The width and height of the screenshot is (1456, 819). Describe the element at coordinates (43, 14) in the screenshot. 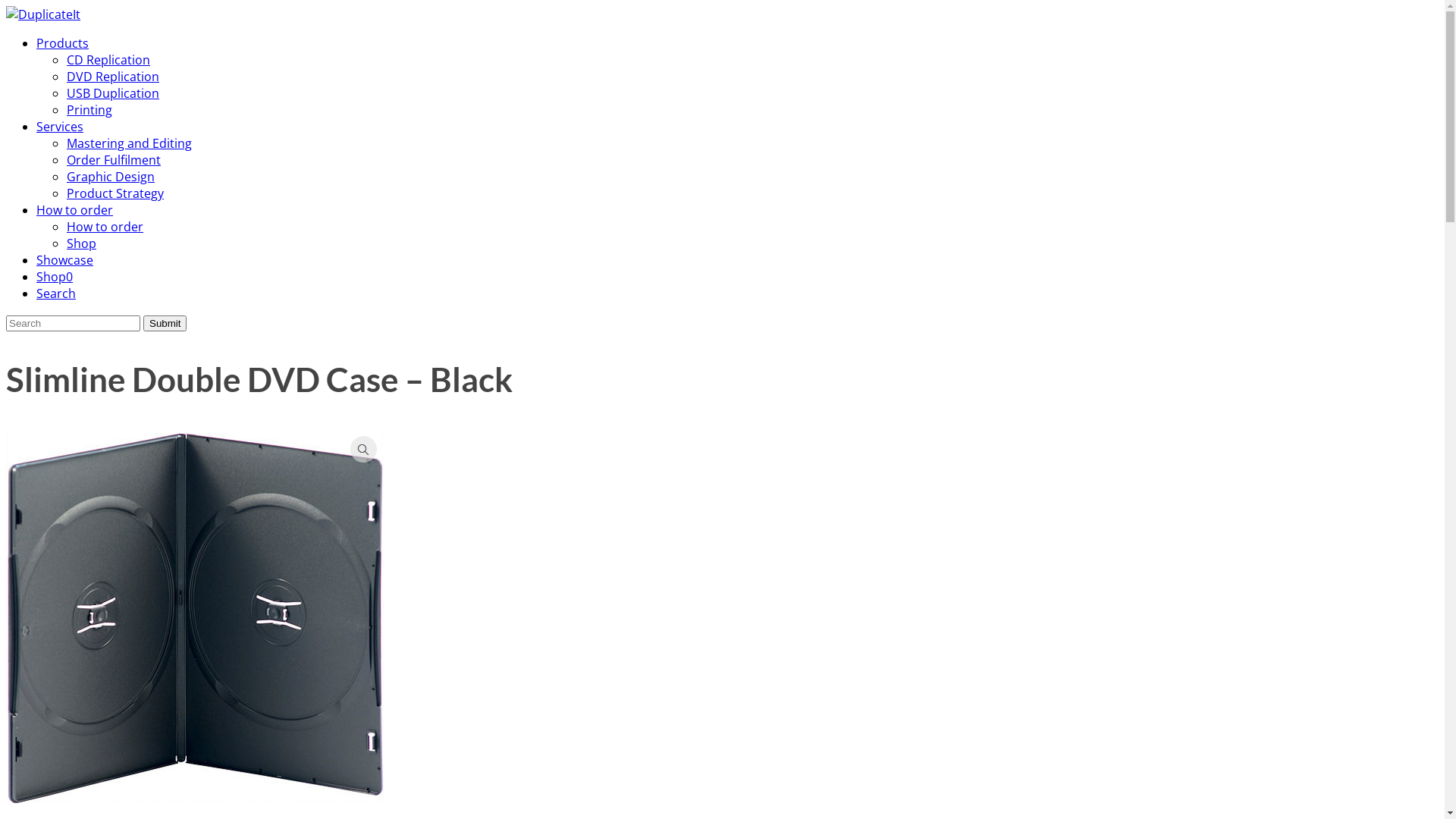

I see `'DuplicateIt'` at that location.